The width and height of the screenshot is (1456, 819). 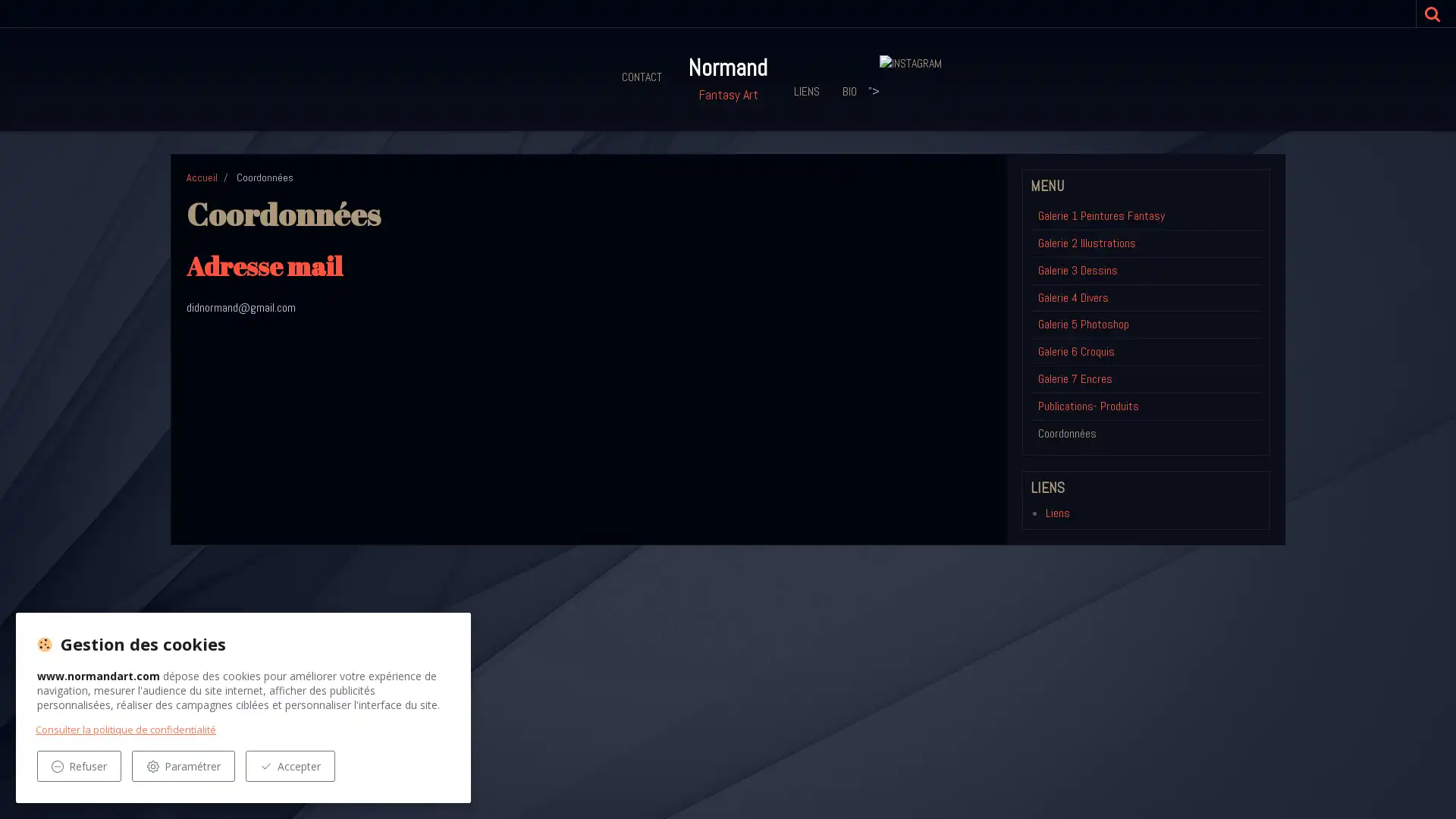 I want to click on Refuser, so click(x=78, y=766).